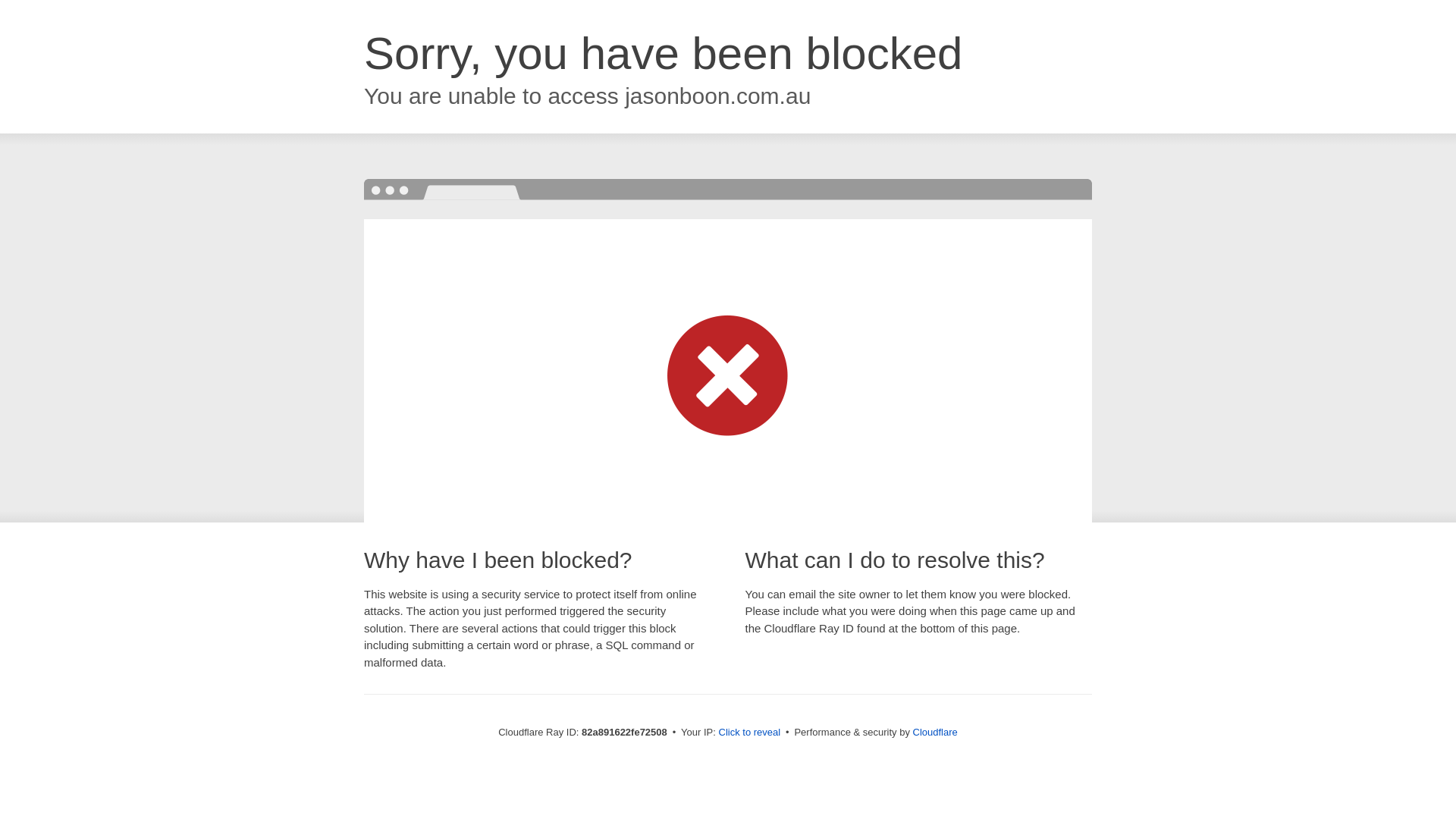 Image resolution: width=1456 pixels, height=819 pixels. Describe the element at coordinates (749, 731) in the screenshot. I see `'Click to reveal'` at that location.